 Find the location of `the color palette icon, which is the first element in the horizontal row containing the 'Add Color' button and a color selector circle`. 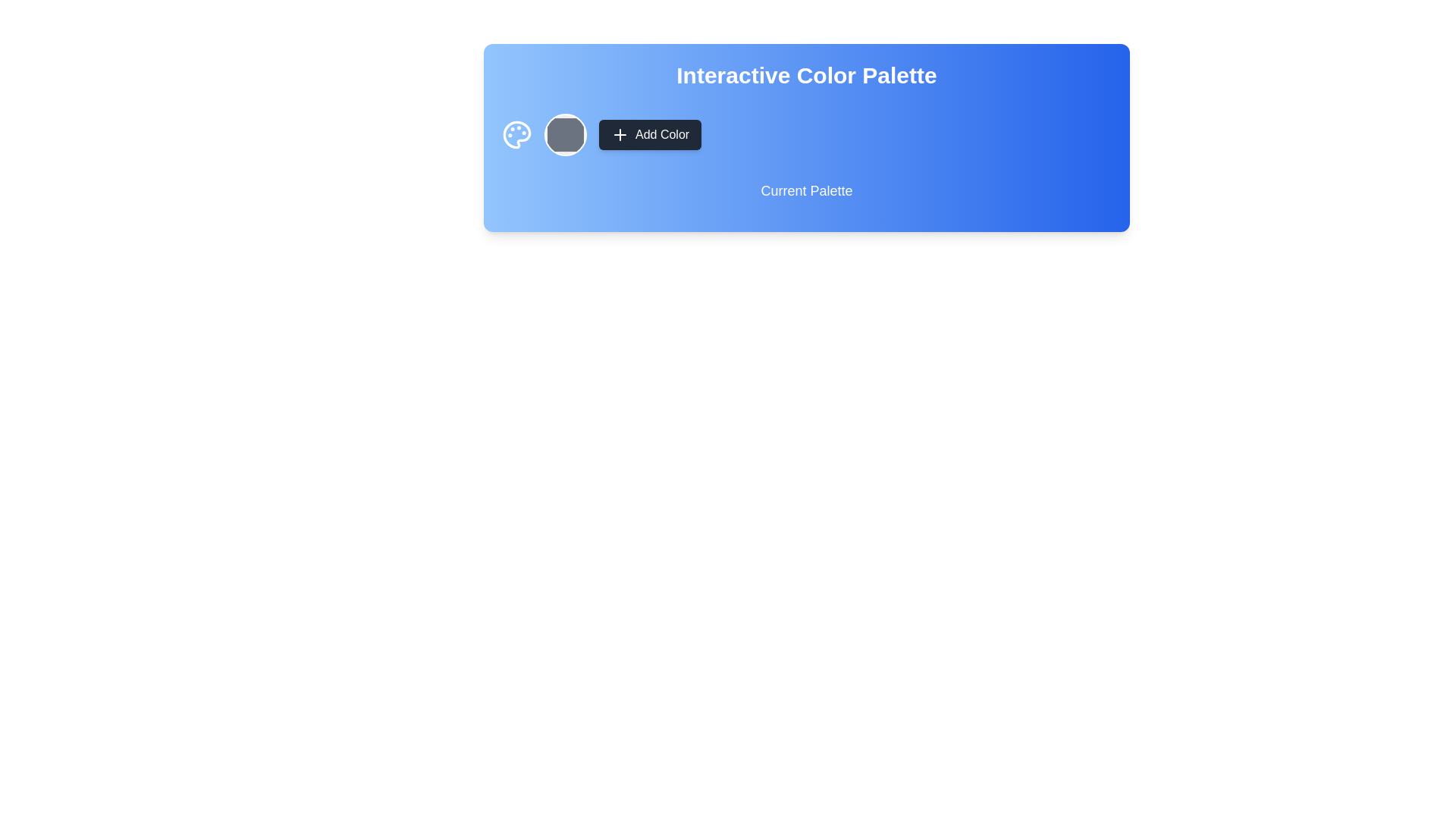

the color palette icon, which is the first element in the horizontal row containing the 'Add Color' button and a color selector circle is located at coordinates (516, 133).